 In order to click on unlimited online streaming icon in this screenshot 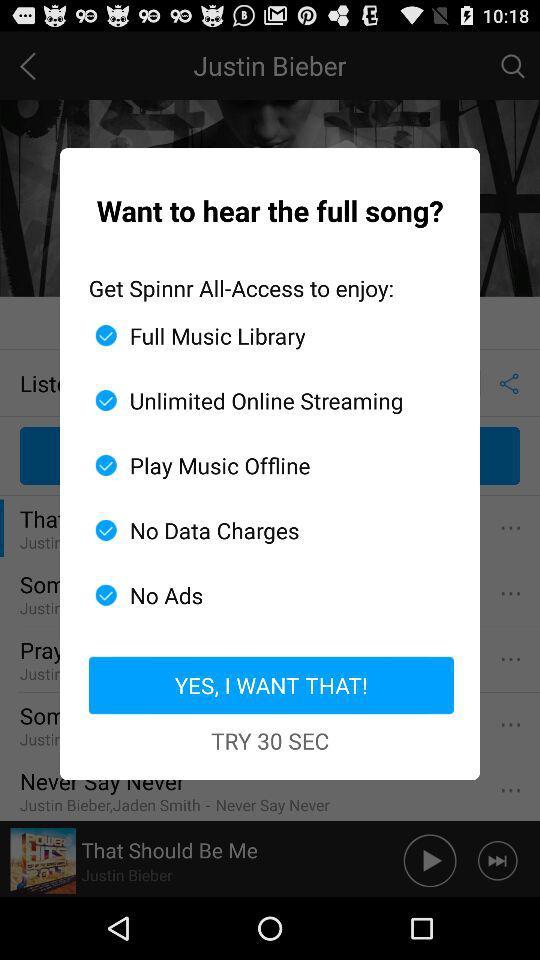, I will do `click(262, 399)`.